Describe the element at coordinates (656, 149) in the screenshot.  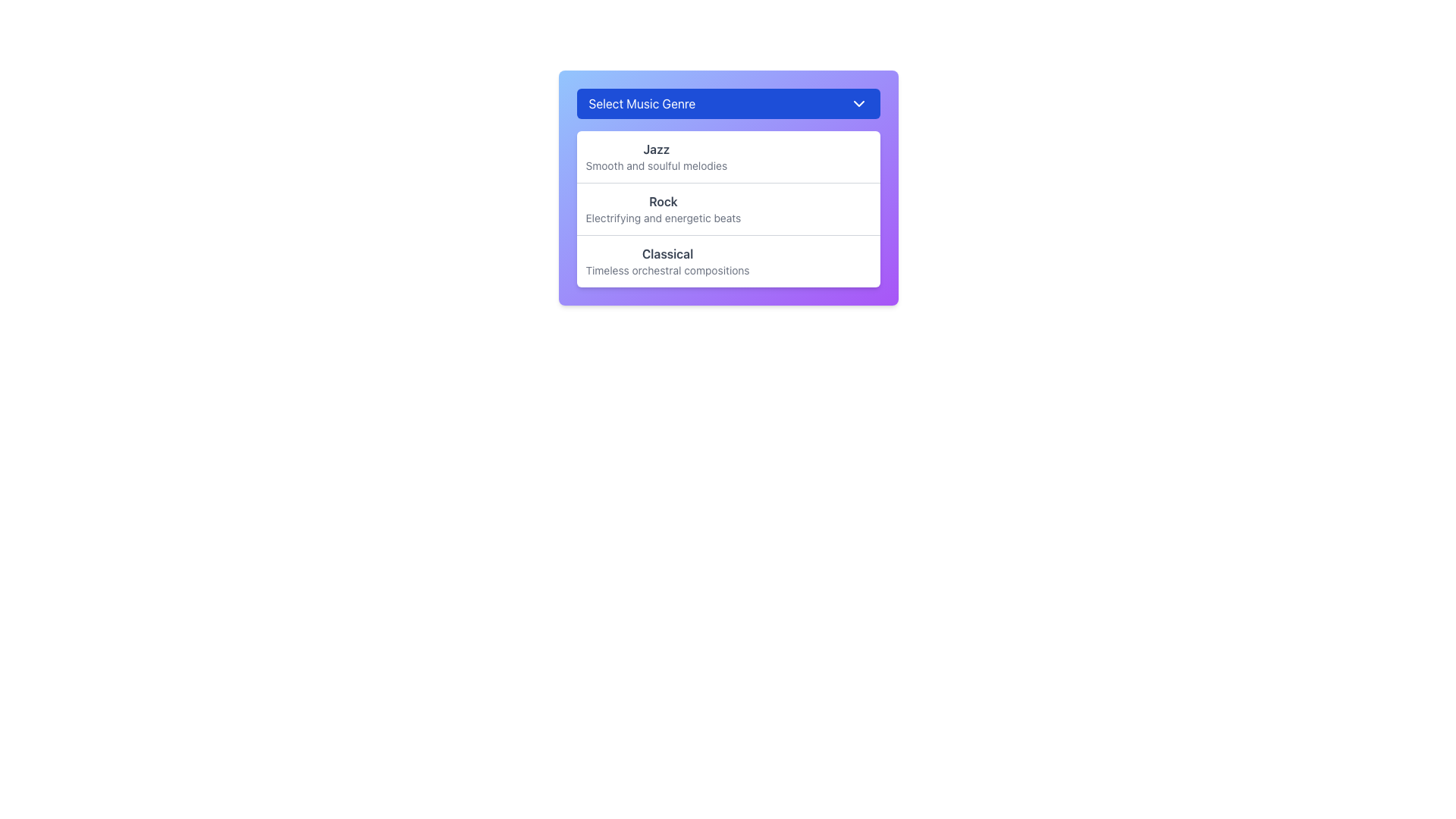
I see `the bold, dark gray text label displaying 'Jazz', located in the top-left corner of the dropdown menu under 'Select Music Genre'` at that location.